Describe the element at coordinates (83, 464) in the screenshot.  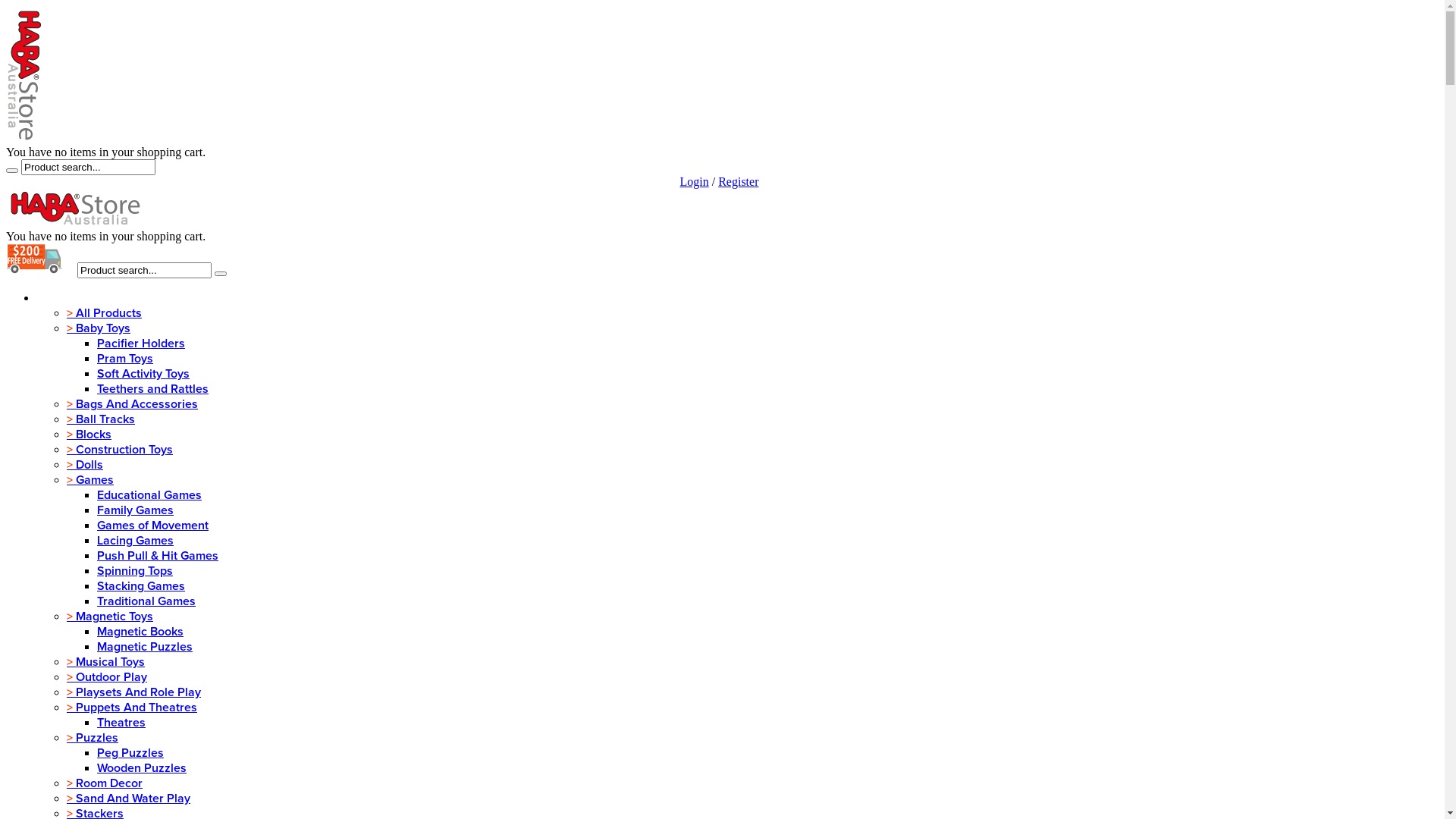
I see `'> Dolls'` at that location.